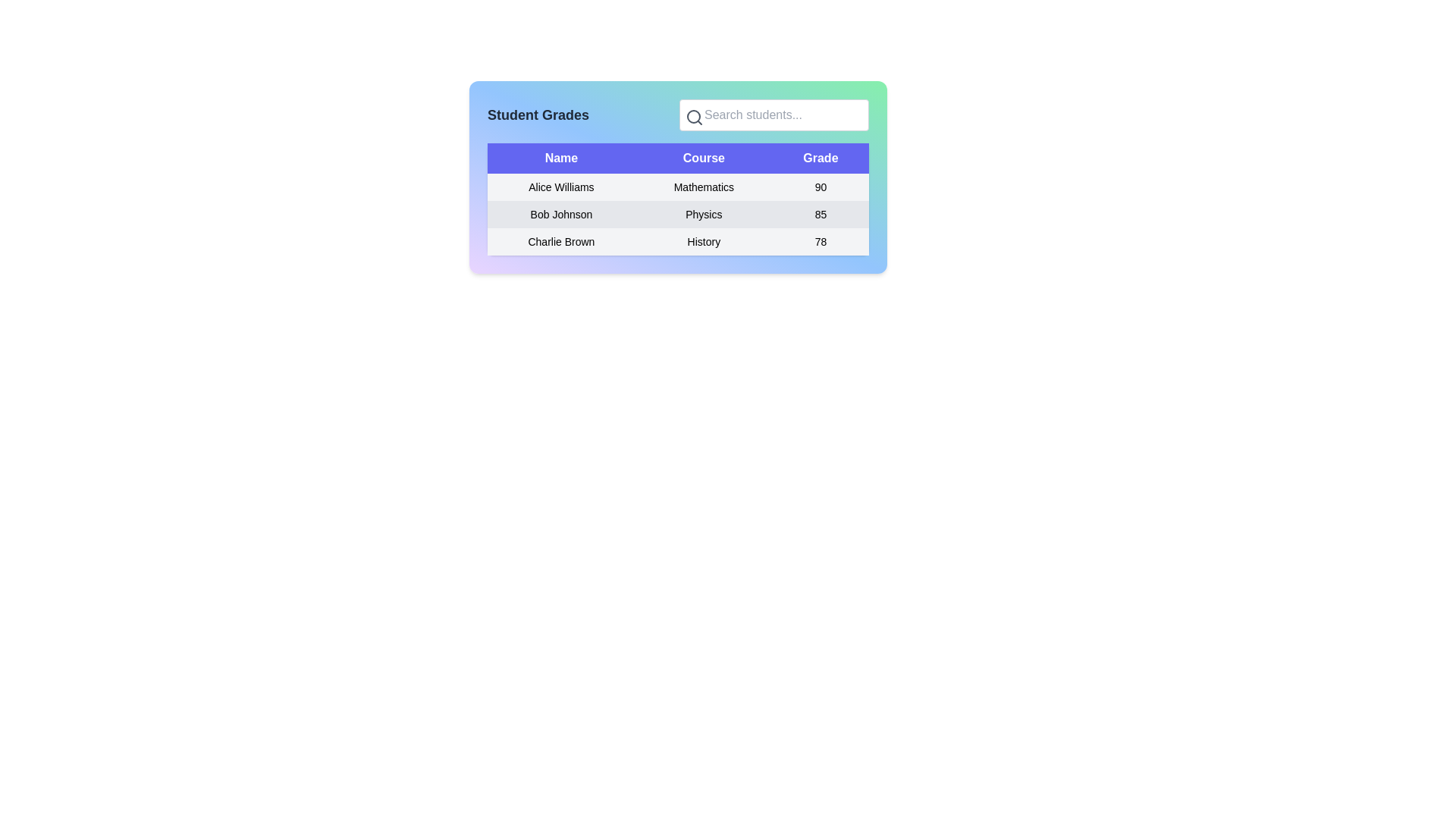 Image resolution: width=1456 pixels, height=819 pixels. Describe the element at coordinates (693, 116) in the screenshot. I see `the SVG Circle Element representing the lens of the search icon, which is styled with a gray stroke and located to the left of the search input field` at that location.